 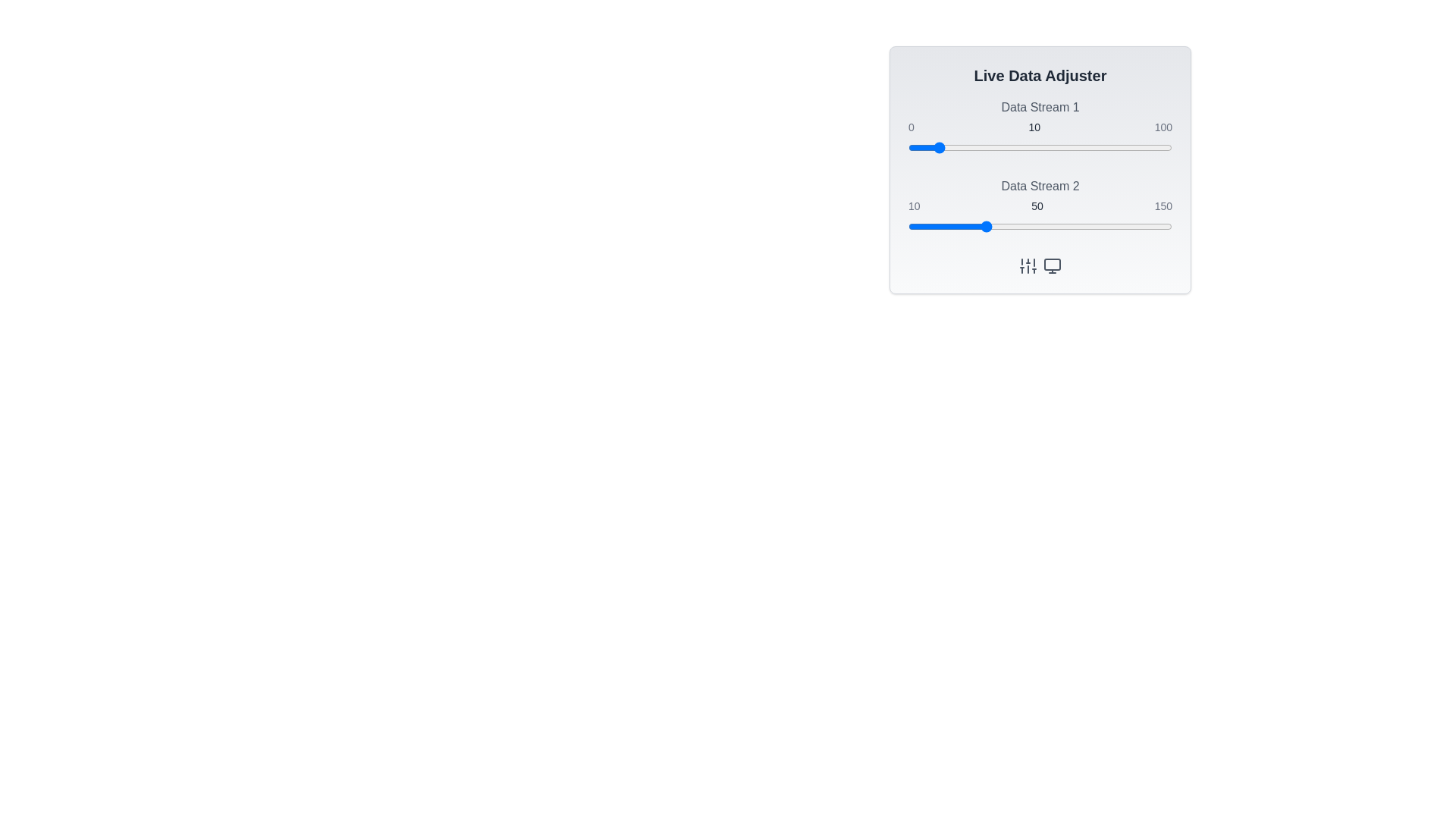 I want to click on the second slider component of the 'Live Data Adjuster' panel, located below 'Data Stream 1', to interact with the slider track or thumb, so click(x=1040, y=207).